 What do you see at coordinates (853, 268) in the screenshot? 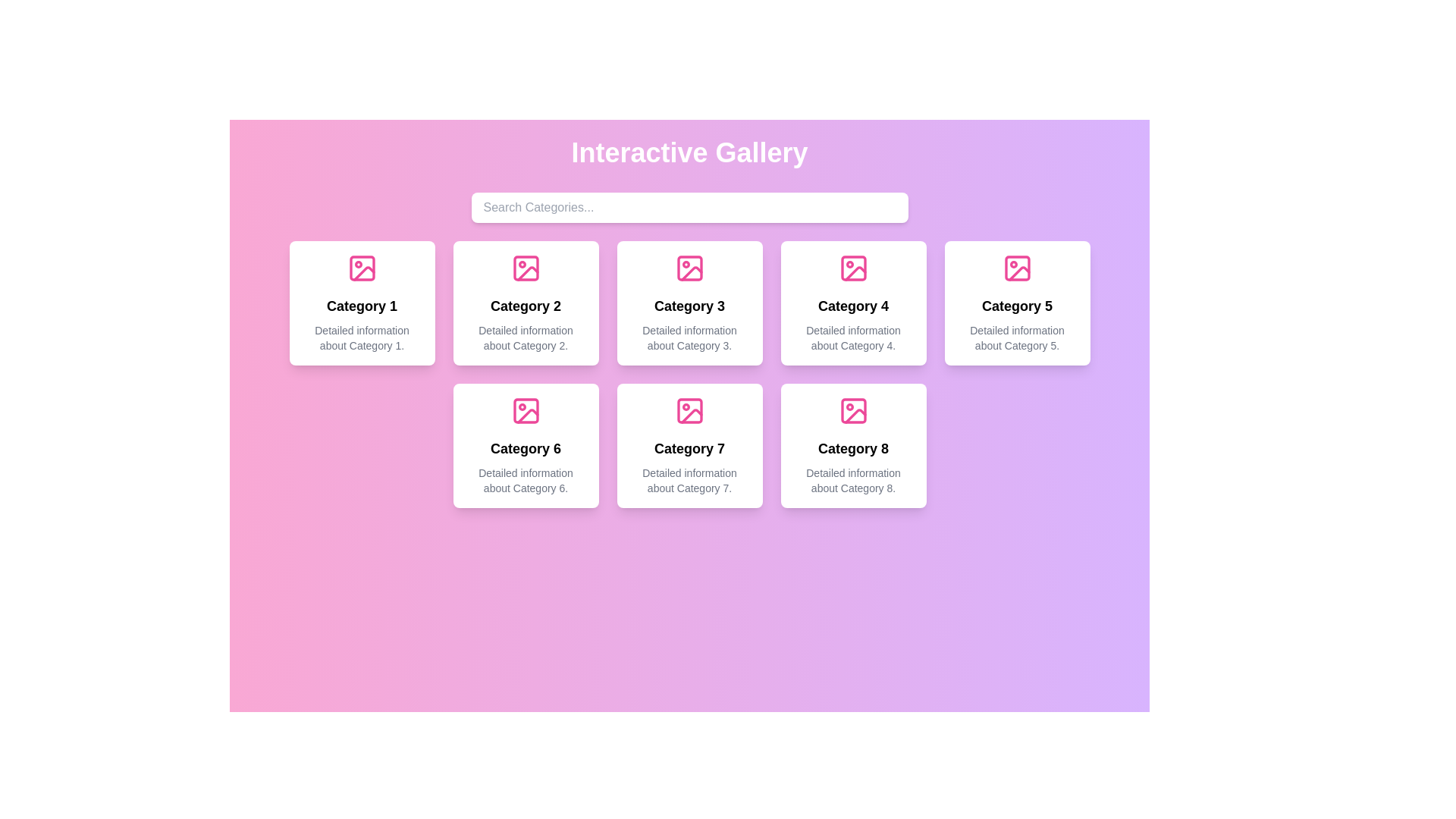
I see `the pink square icon with rounded corners located in the fourth category card of the grid layout titled 'Category 4'` at bounding box center [853, 268].